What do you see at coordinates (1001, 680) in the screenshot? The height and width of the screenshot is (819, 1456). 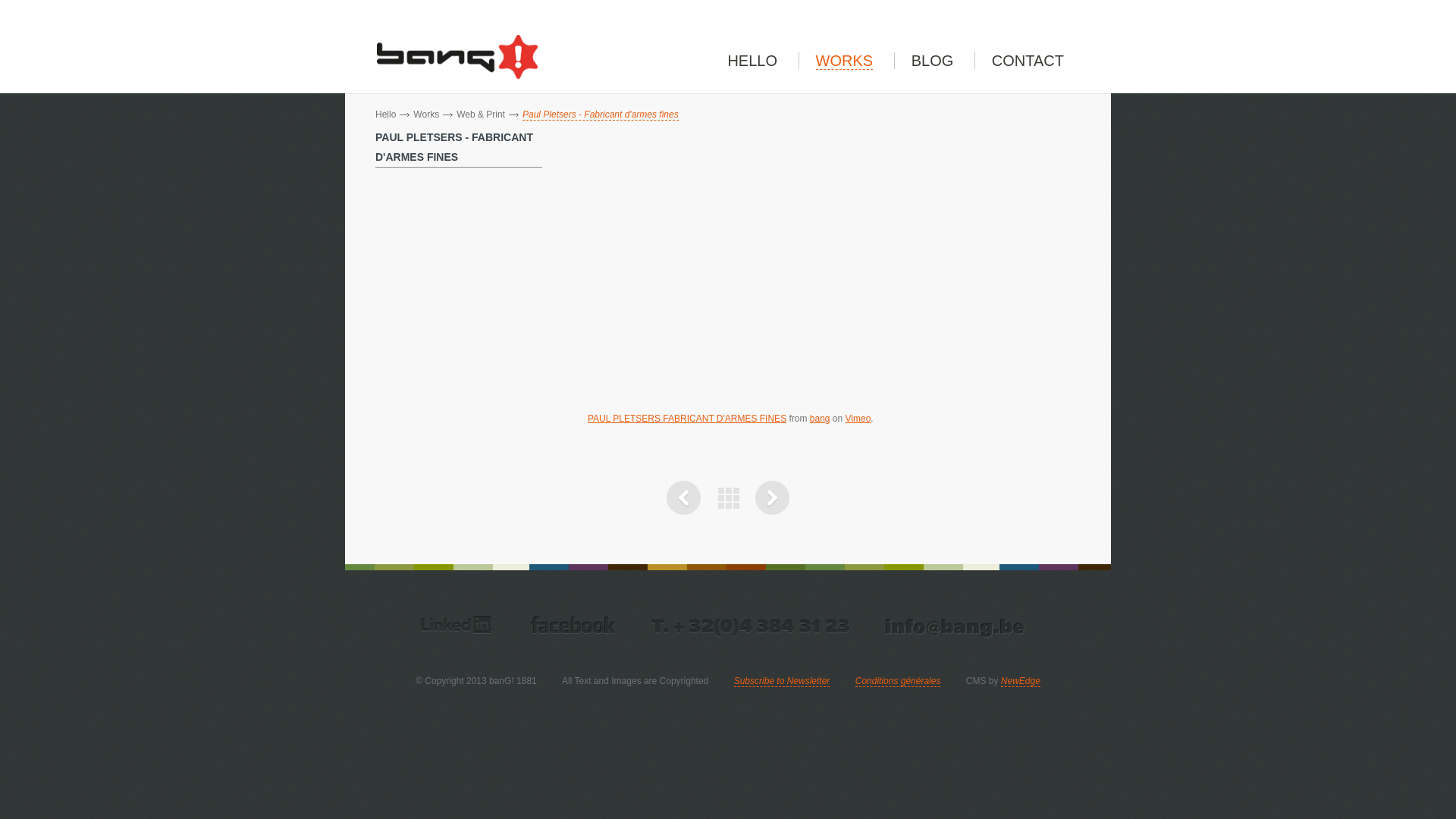 I see `'NewEdge'` at bounding box center [1001, 680].